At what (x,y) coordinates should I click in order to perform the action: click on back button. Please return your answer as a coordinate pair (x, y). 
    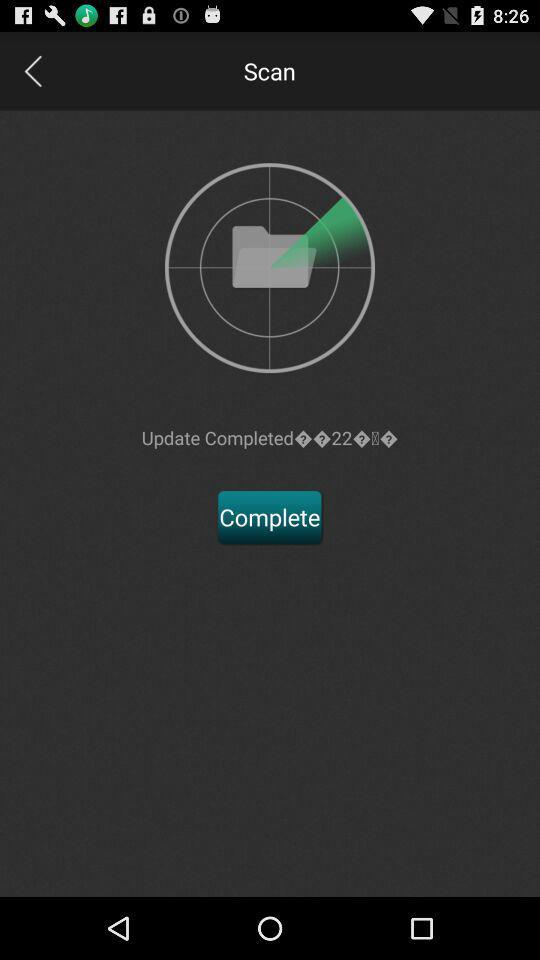
    Looking at the image, I should click on (31, 70).